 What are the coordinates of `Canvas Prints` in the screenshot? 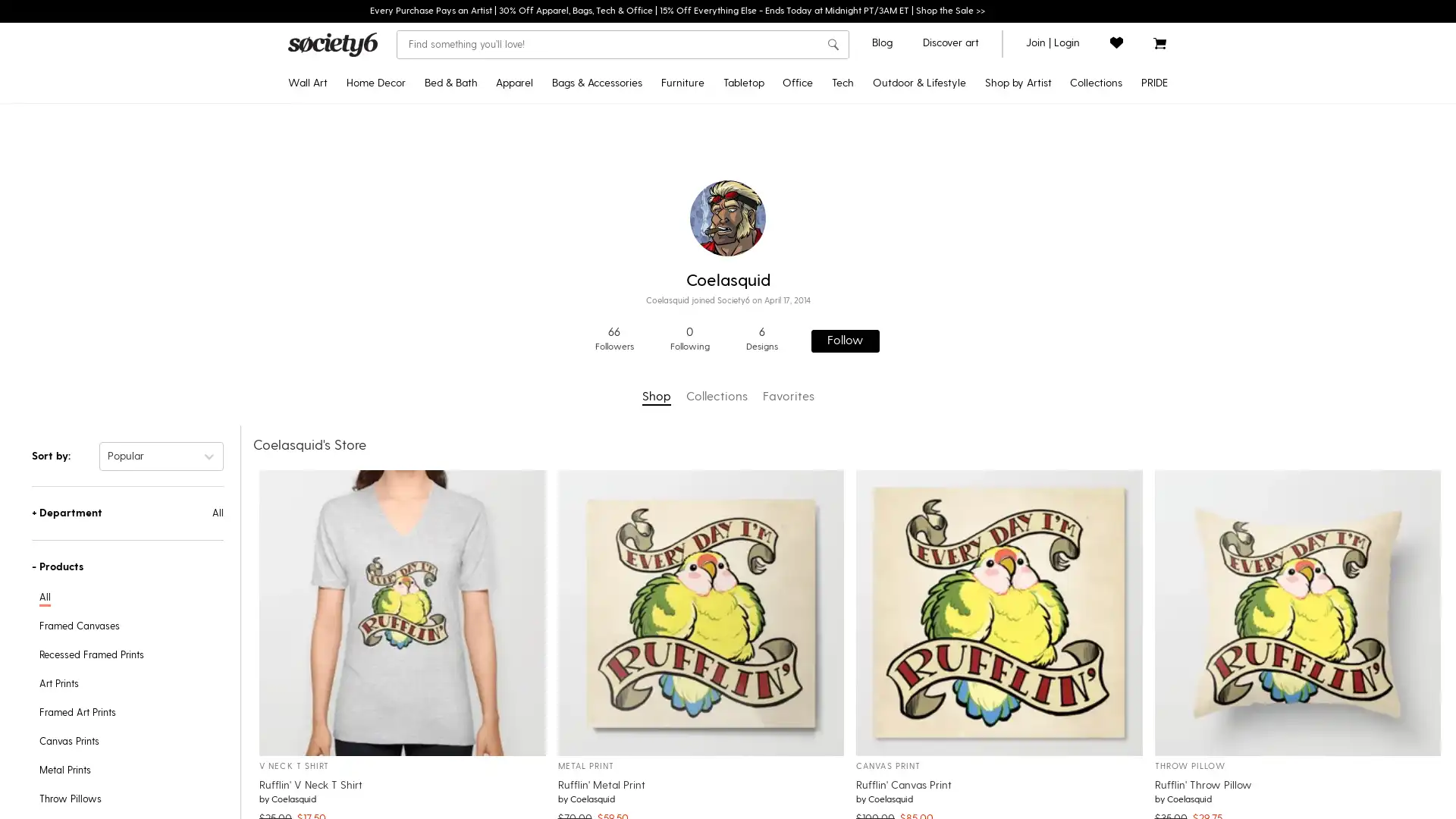 It's located at (356, 194).